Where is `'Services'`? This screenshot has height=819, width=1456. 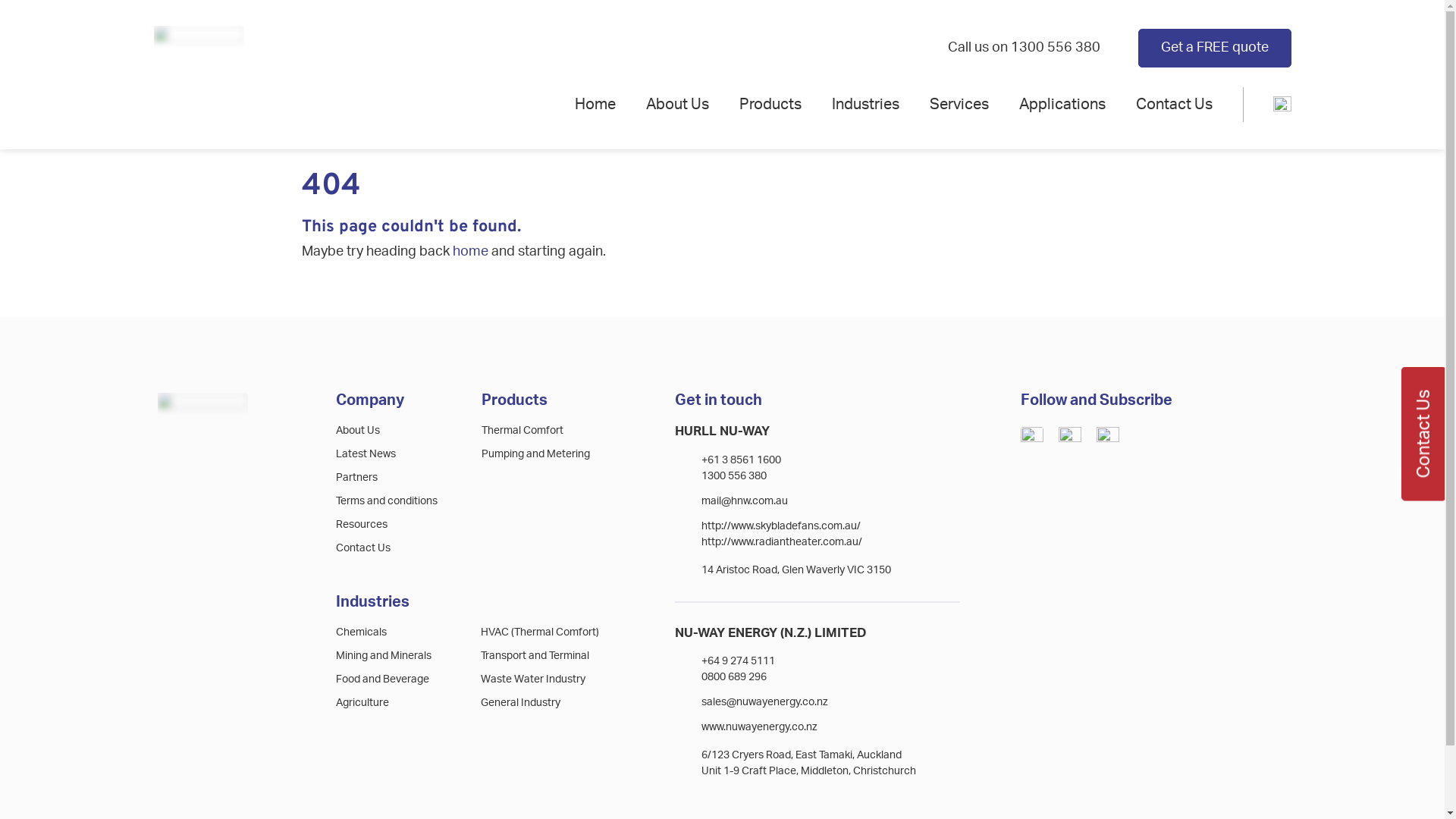 'Services' is located at coordinates (959, 104).